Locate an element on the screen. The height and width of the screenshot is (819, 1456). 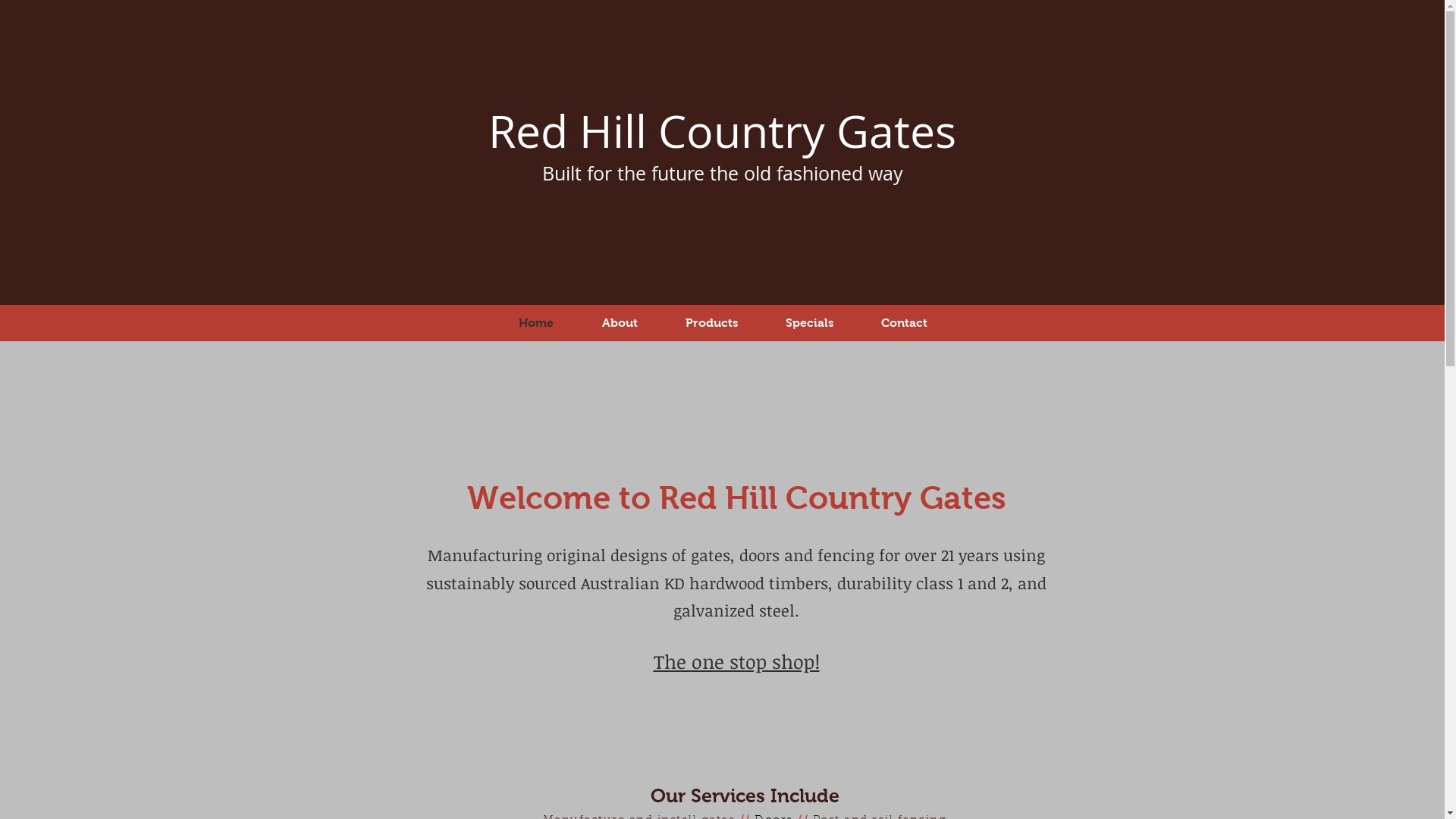
'Specials' is located at coordinates (808, 322).